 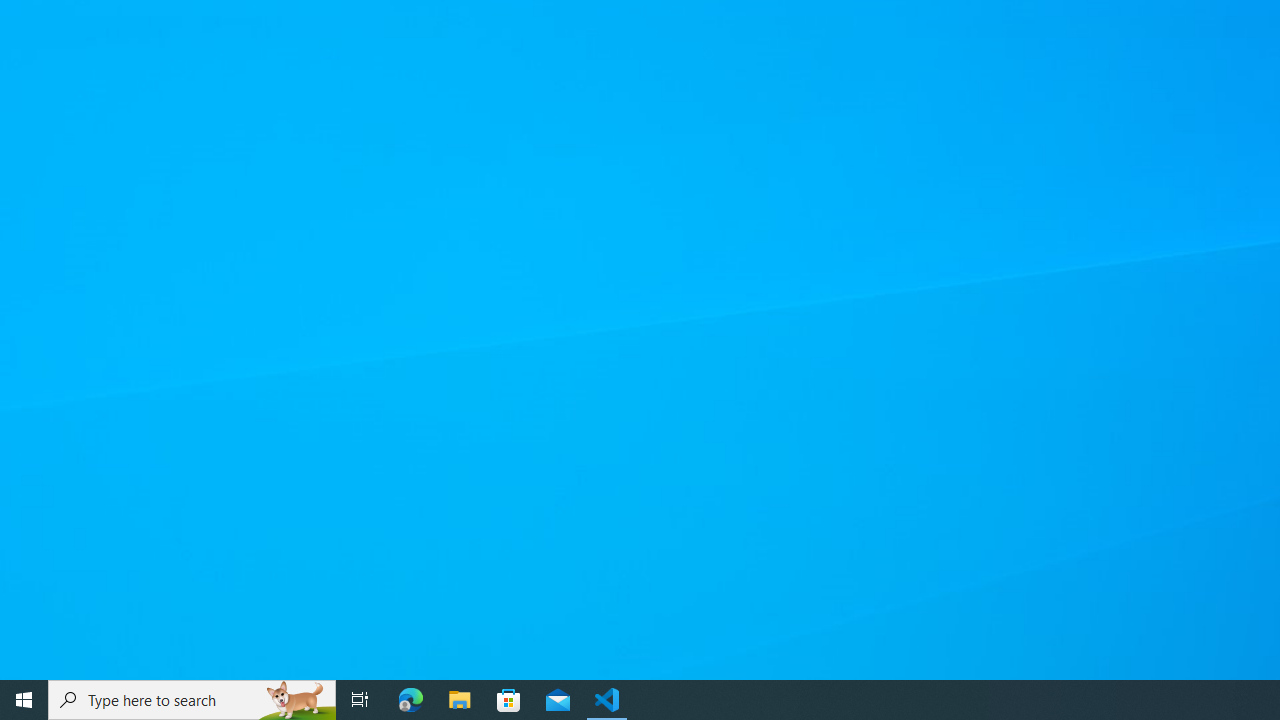 What do you see at coordinates (359, 698) in the screenshot?
I see `'Task View'` at bounding box center [359, 698].